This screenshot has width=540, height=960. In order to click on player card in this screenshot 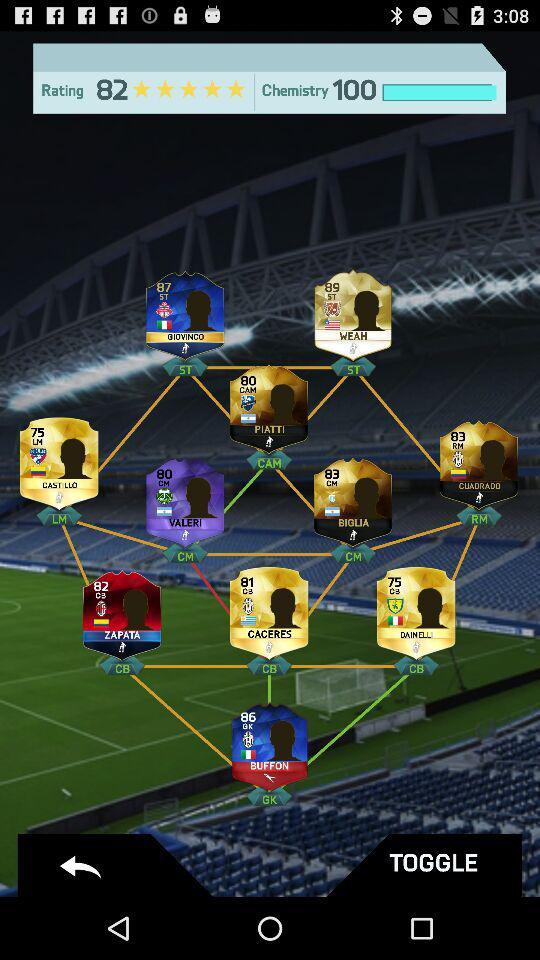, I will do `click(185, 311)`.